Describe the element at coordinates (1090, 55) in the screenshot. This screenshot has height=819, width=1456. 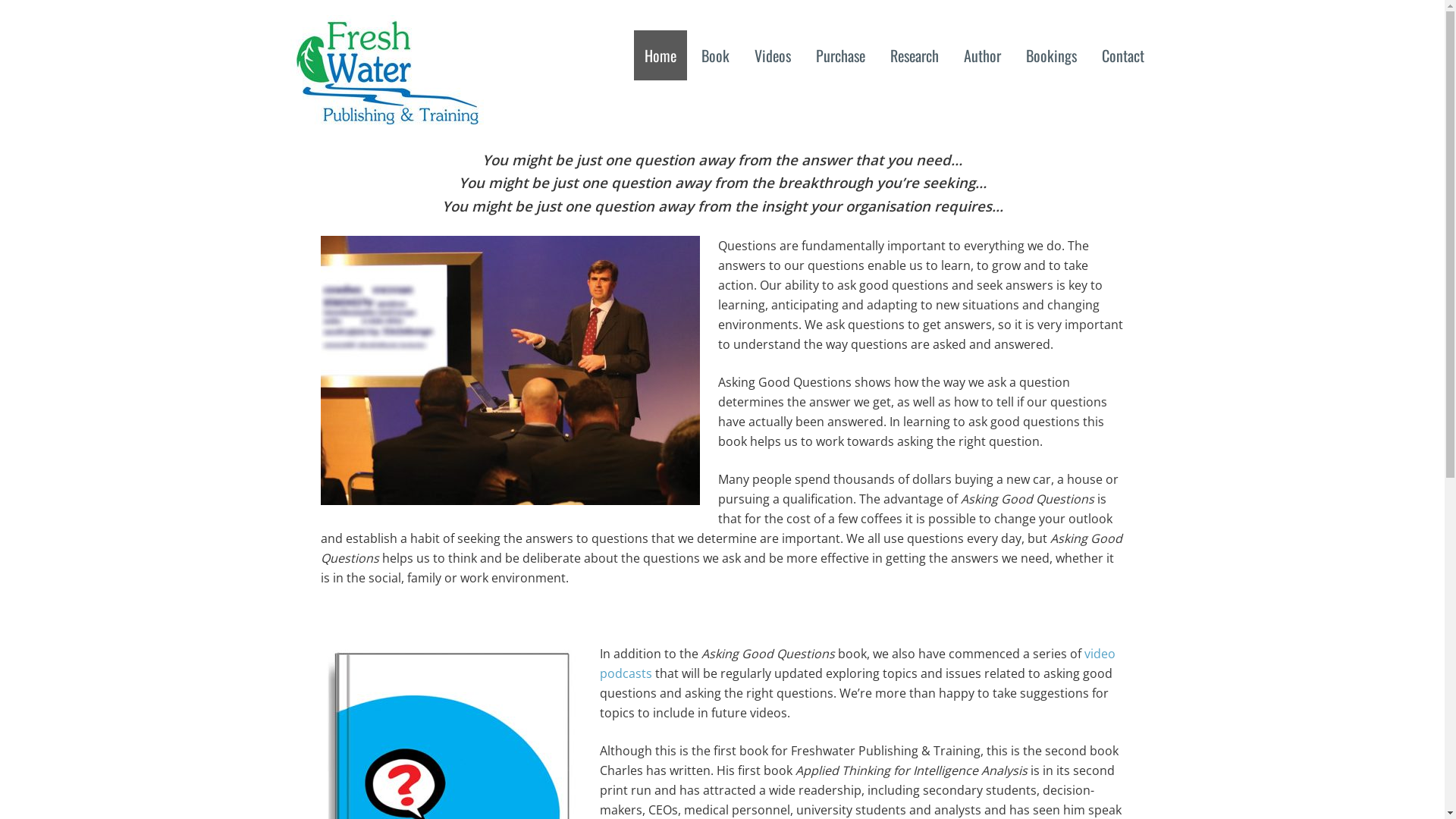
I see `'Contact'` at that location.